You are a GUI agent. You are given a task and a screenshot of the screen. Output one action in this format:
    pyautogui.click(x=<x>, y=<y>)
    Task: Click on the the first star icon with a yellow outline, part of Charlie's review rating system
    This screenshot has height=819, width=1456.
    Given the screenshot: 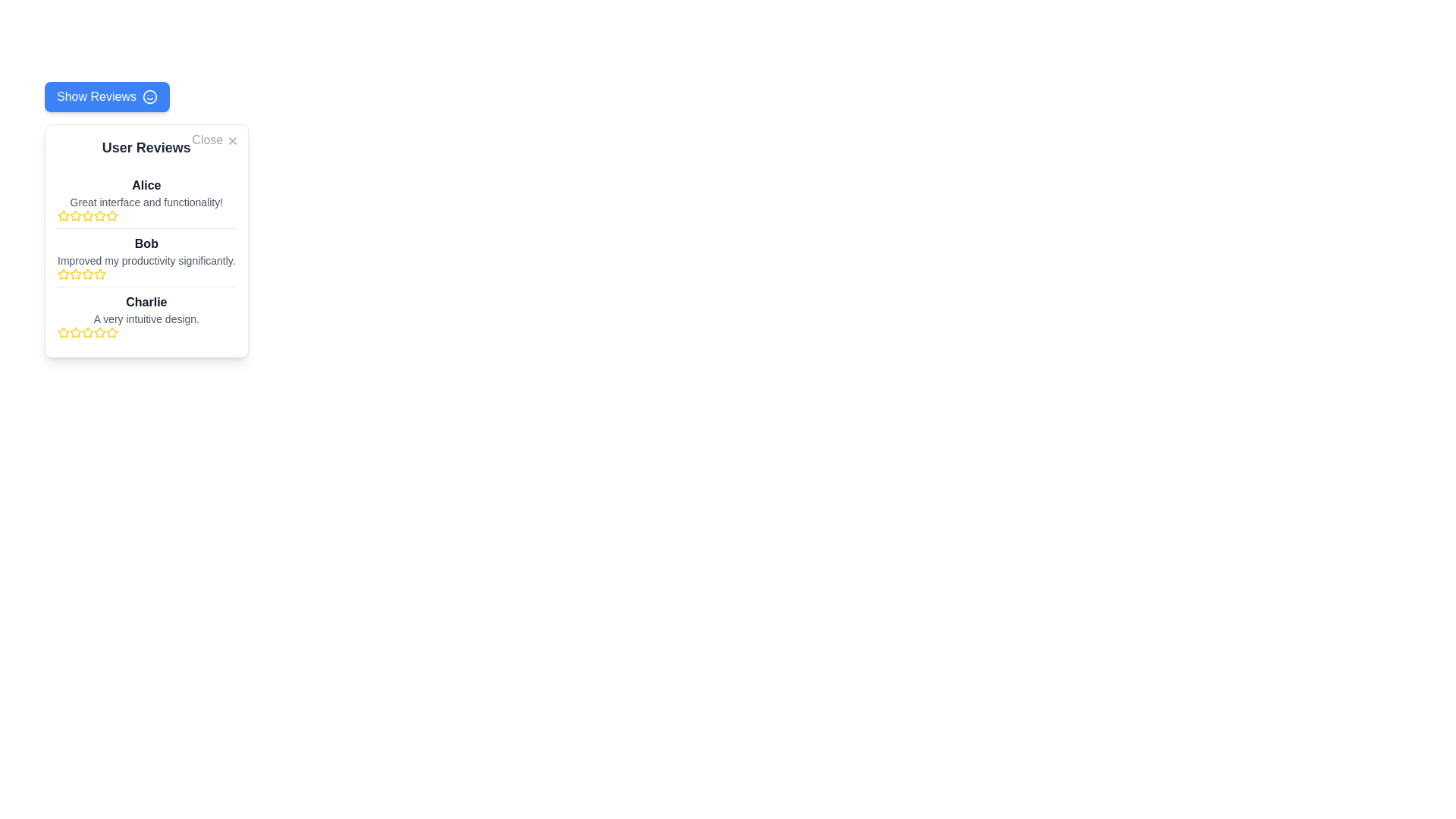 What is the action you would take?
    pyautogui.click(x=62, y=331)
    